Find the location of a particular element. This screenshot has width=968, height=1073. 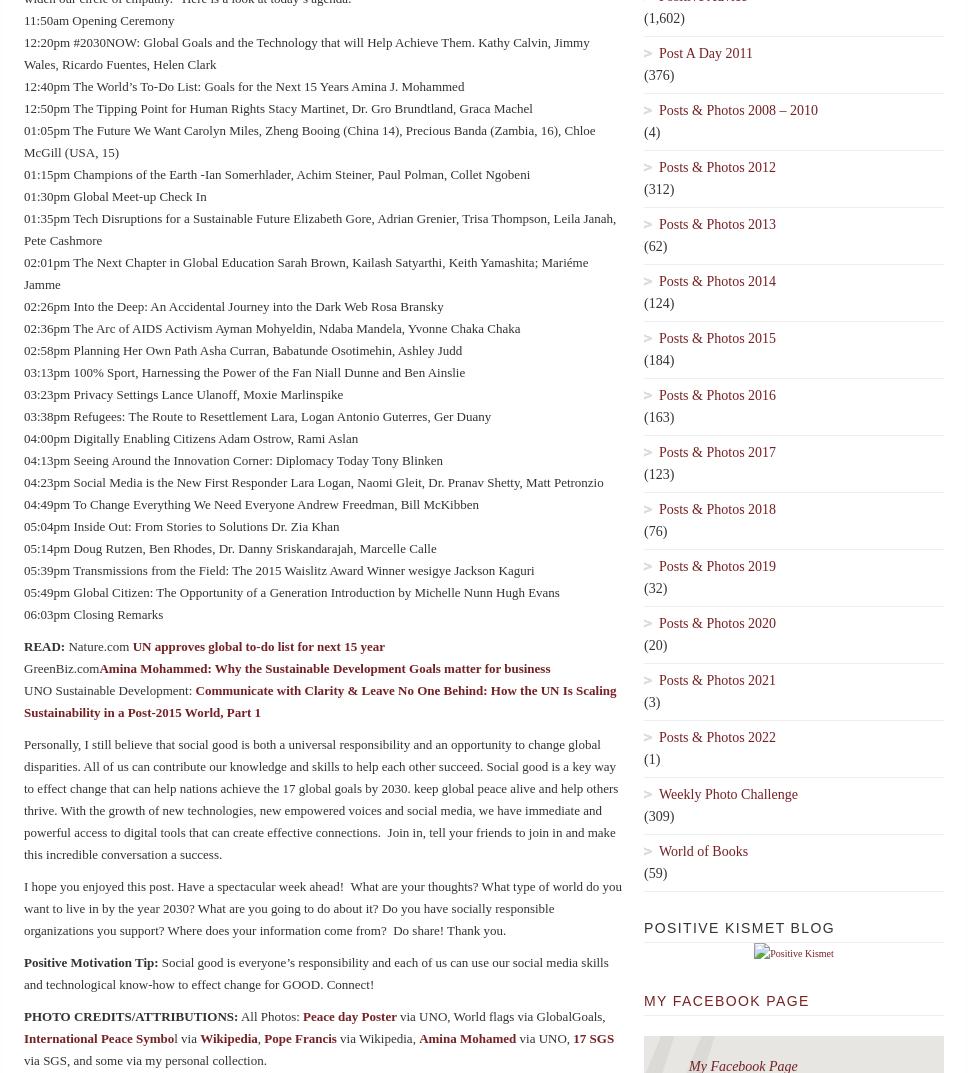

'(3)' is located at coordinates (652, 702).